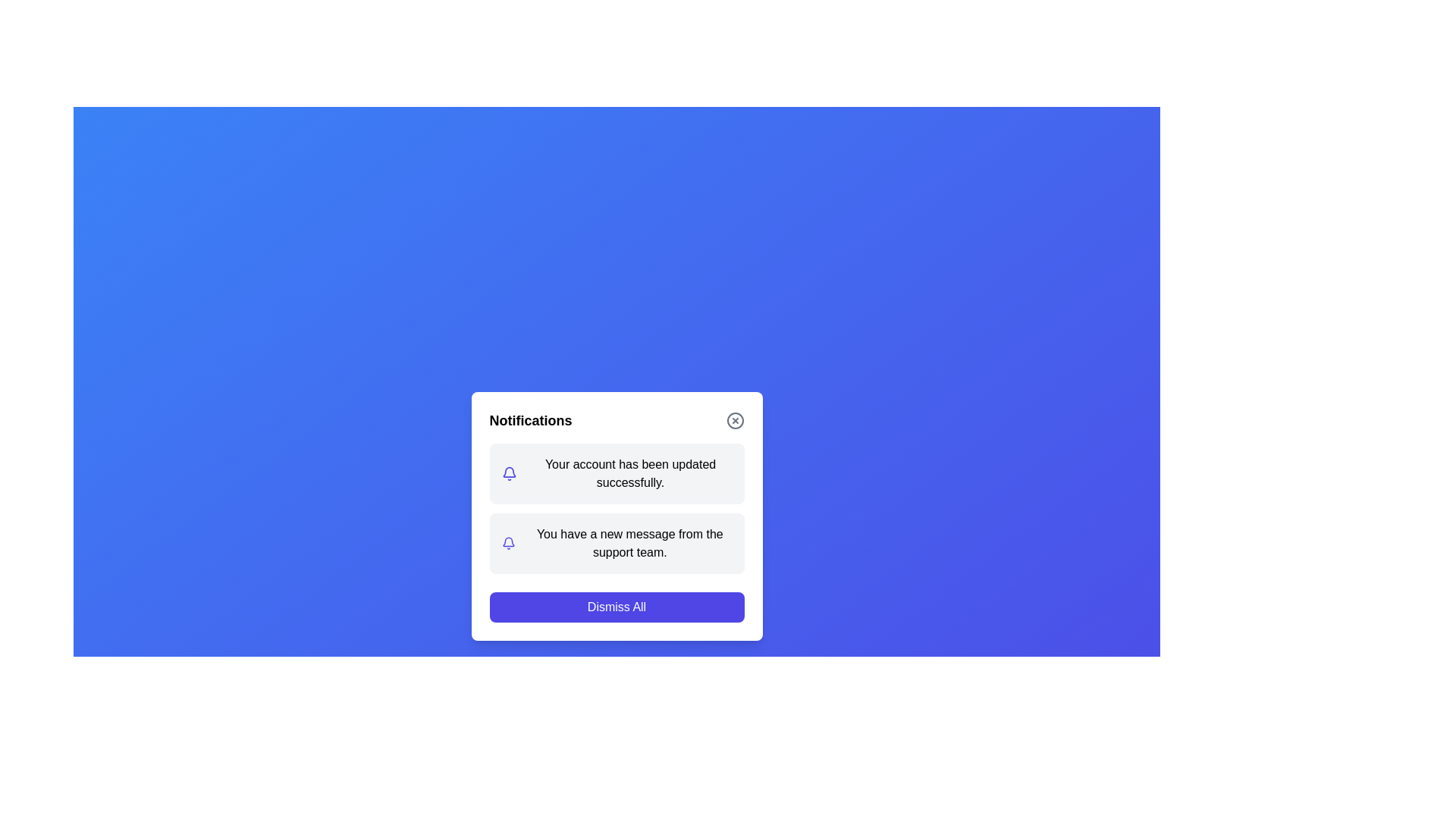 Image resolution: width=1456 pixels, height=819 pixels. Describe the element at coordinates (531, 421) in the screenshot. I see `the text label titled 'Notifications', which is styled as a bold heading within a white popup dialog` at that location.